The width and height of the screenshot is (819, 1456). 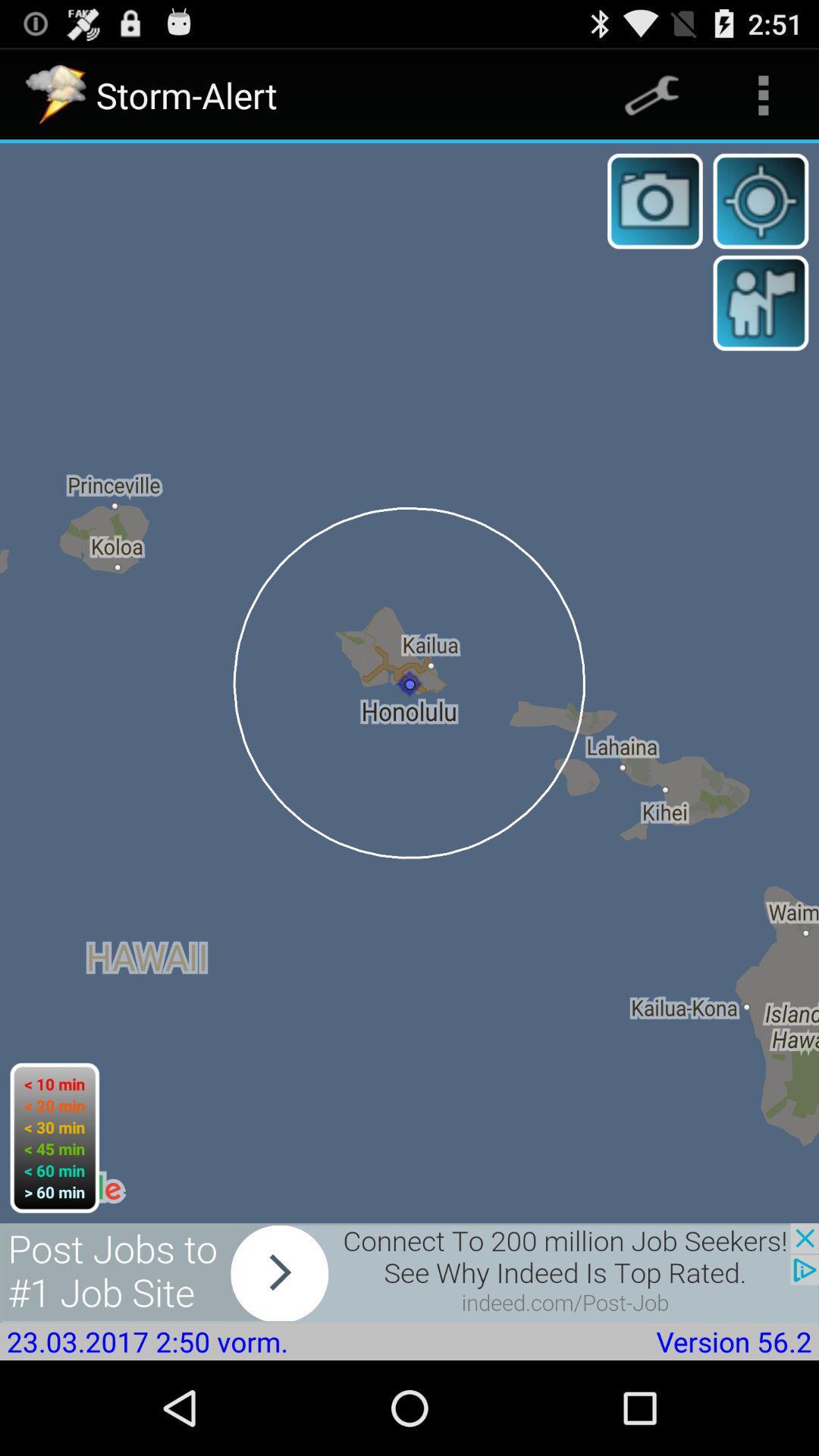 I want to click on the option above tracker icon, so click(x=763, y=94).